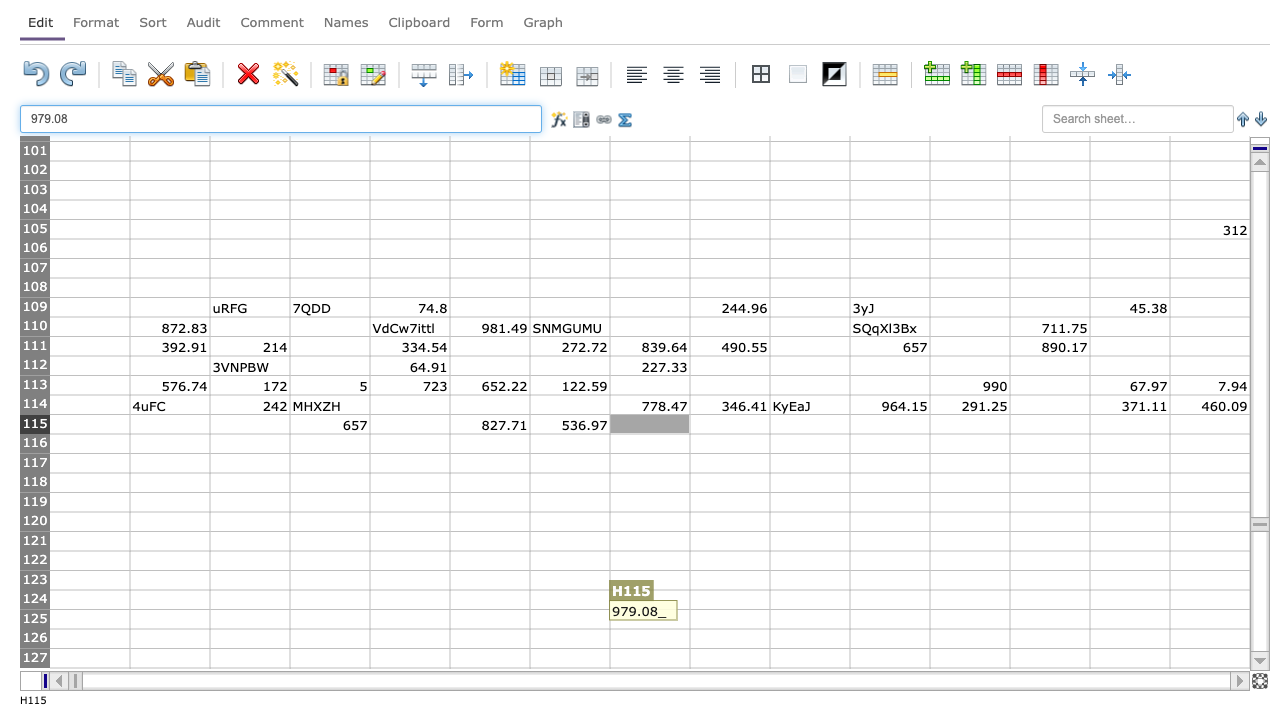 This screenshot has width=1280, height=720. What do you see at coordinates (809, 618) in the screenshot?
I see `J125` at bounding box center [809, 618].